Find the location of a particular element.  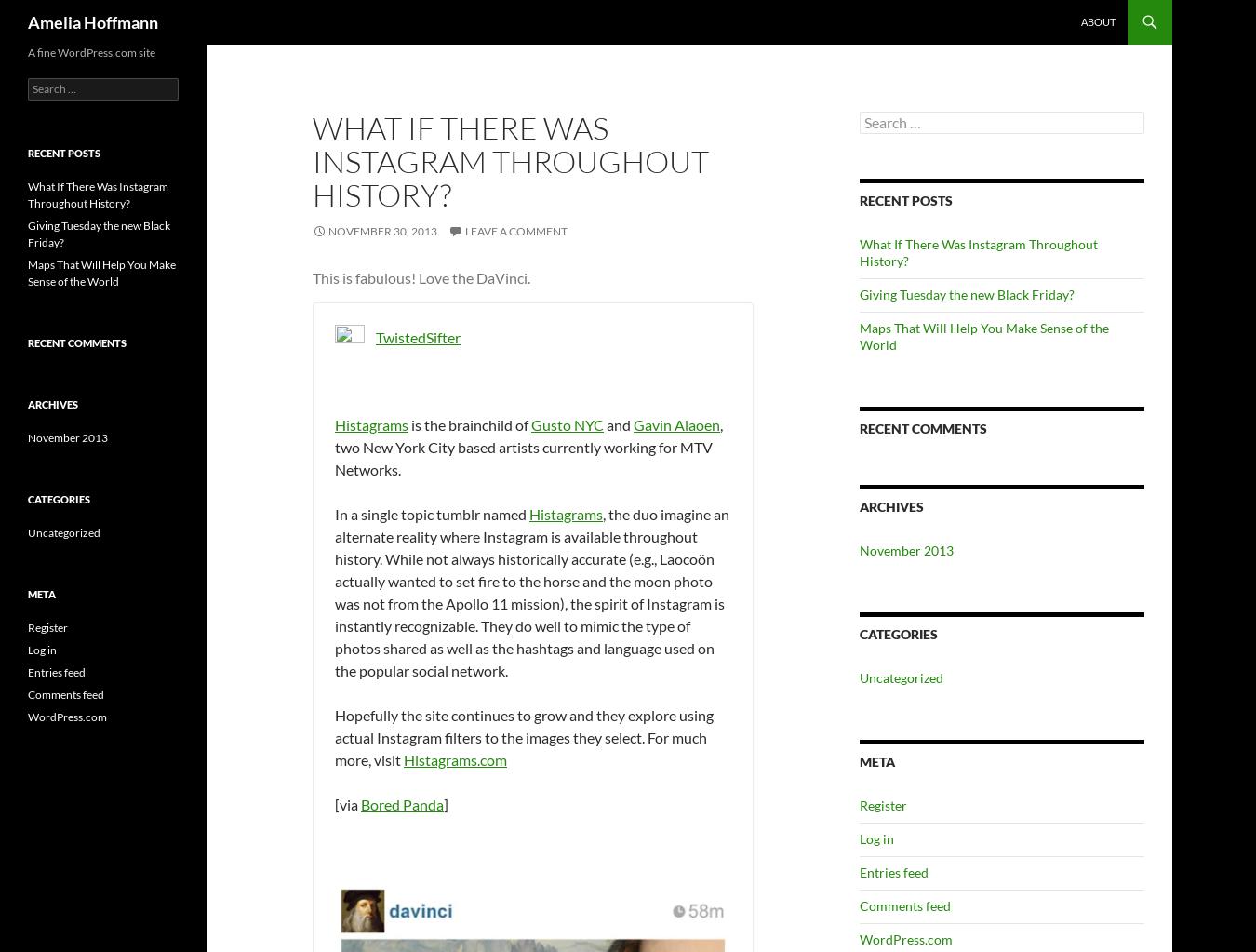

'Hopefully the site continues to grow and they explore using actual Instagram filters to the images they select. For much more, visit' is located at coordinates (523, 737).